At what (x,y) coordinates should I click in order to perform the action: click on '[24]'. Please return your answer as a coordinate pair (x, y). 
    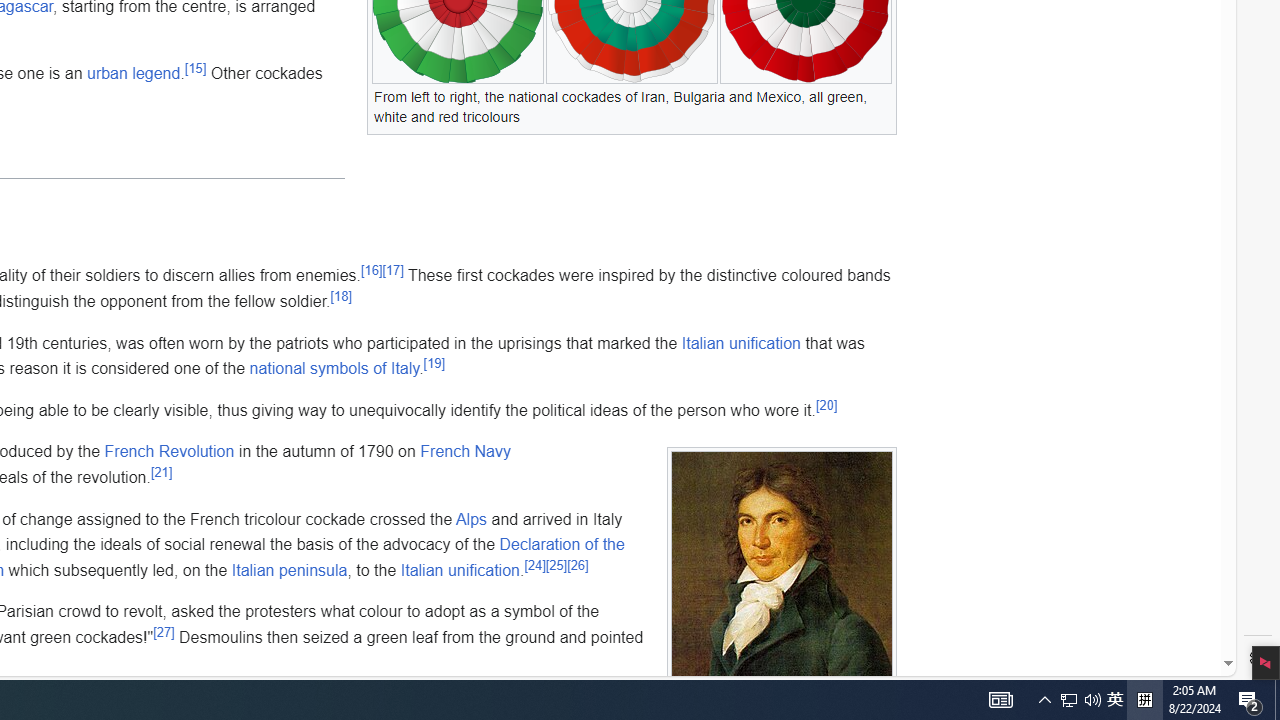
    Looking at the image, I should click on (535, 565).